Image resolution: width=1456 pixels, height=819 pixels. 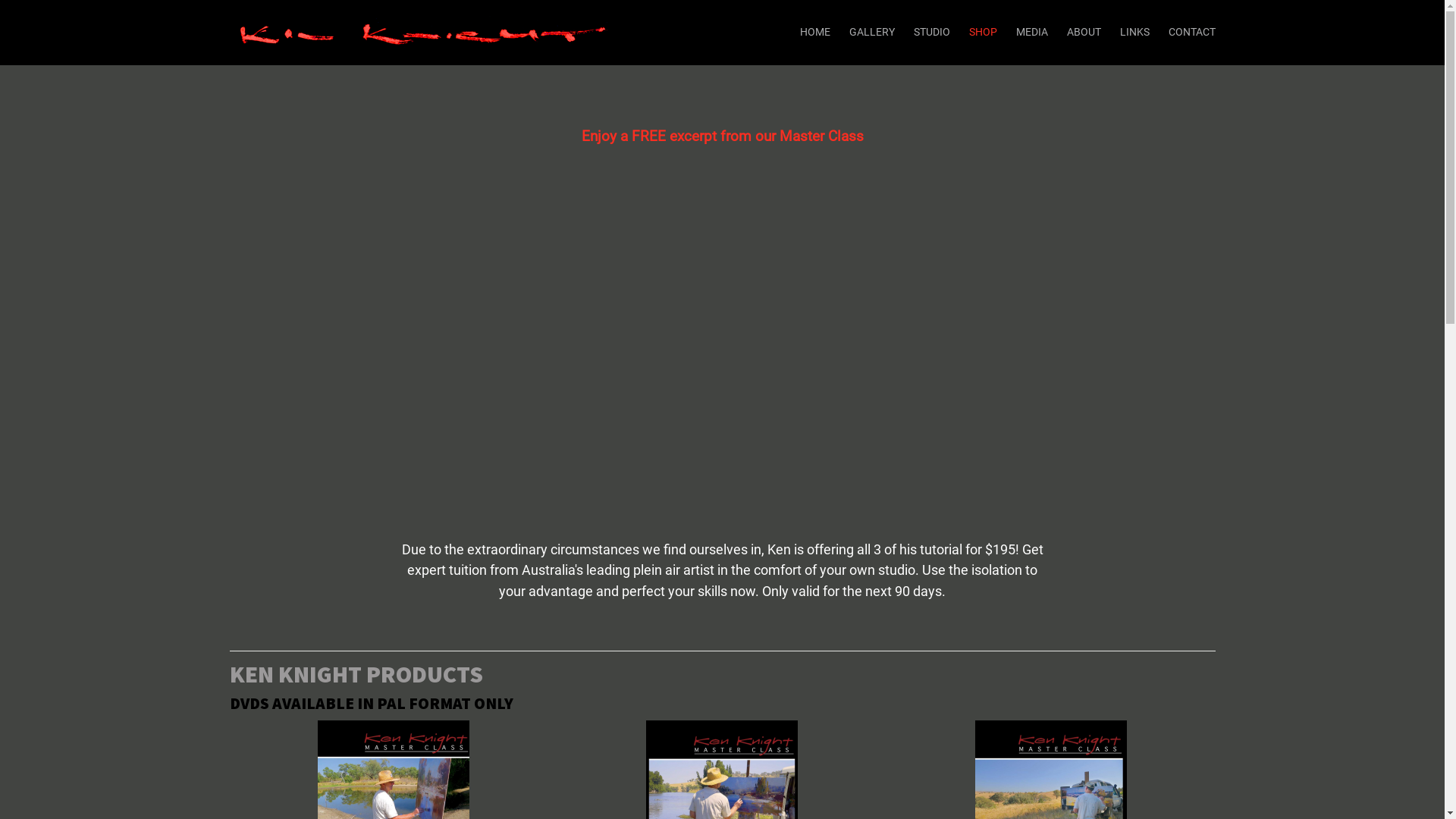 What do you see at coordinates (814, 32) in the screenshot?
I see `'HOME'` at bounding box center [814, 32].